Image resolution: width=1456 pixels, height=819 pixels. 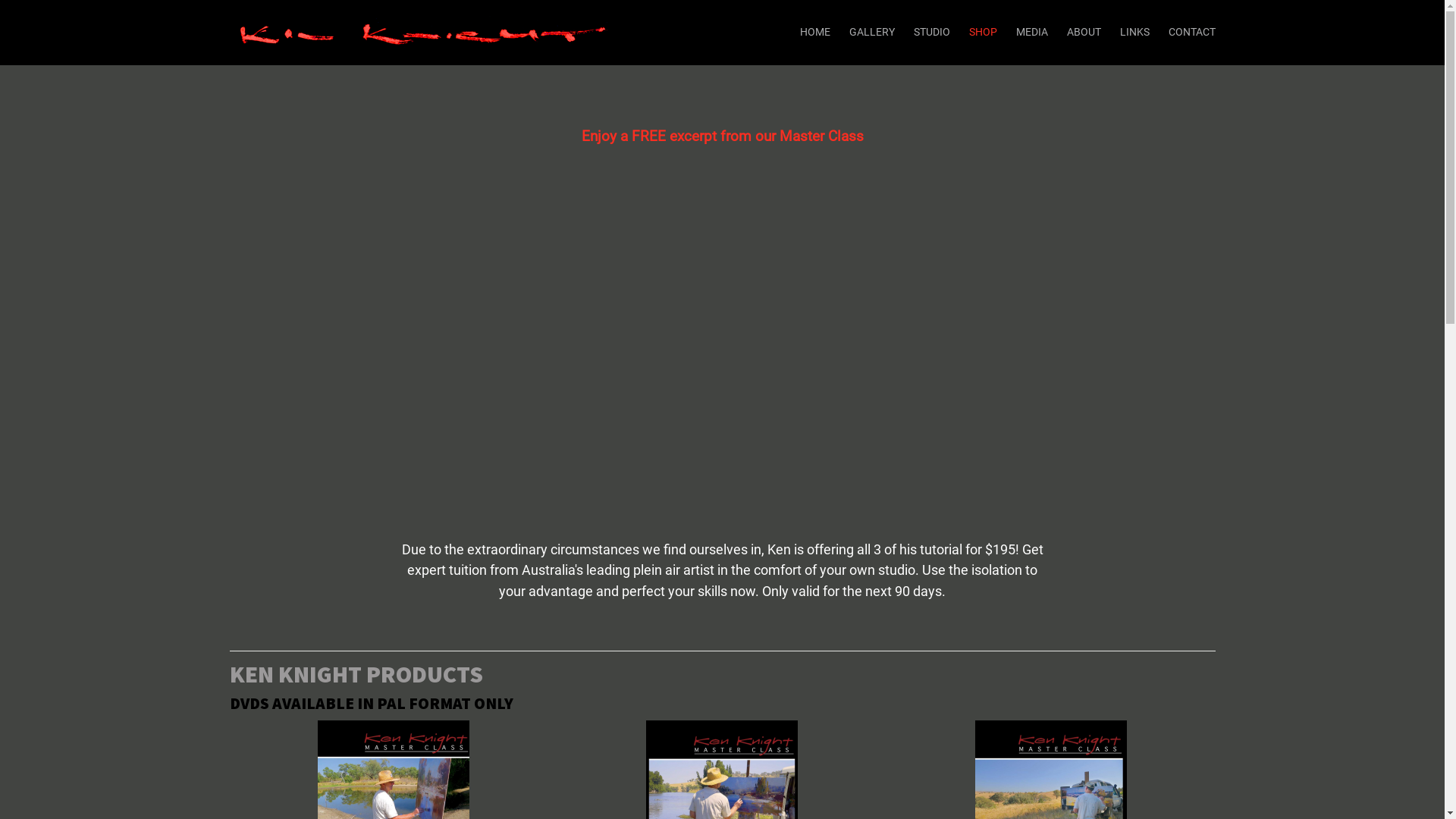 What do you see at coordinates (814, 32) in the screenshot?
I see `'HOME'` at bounding box center [814, 32].